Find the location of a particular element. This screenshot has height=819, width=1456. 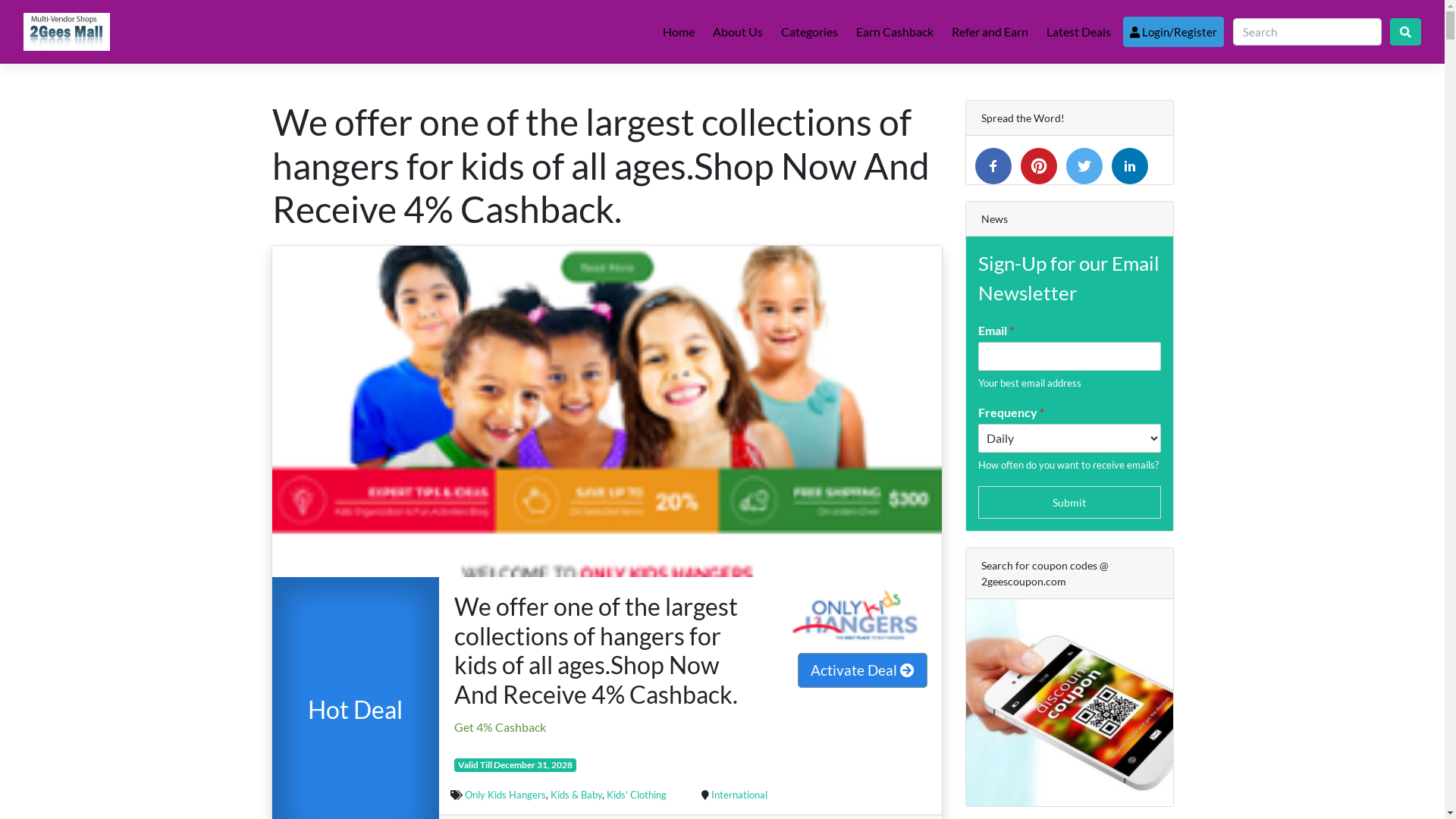

'Refer and Earn' is located at coordinates (945, 32).